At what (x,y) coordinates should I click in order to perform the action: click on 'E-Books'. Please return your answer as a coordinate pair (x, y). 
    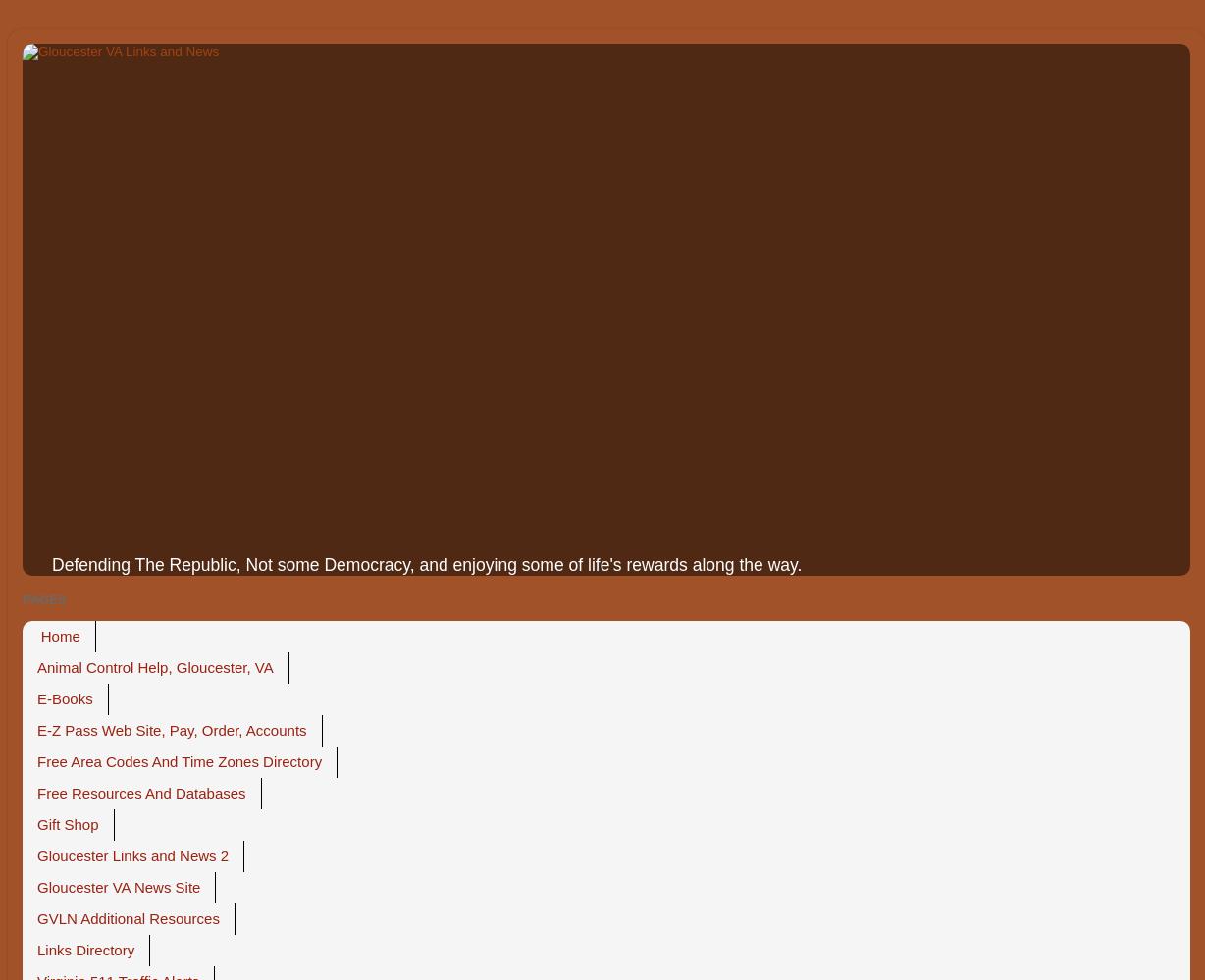
    Looking at the image, I should click on (64, 698).